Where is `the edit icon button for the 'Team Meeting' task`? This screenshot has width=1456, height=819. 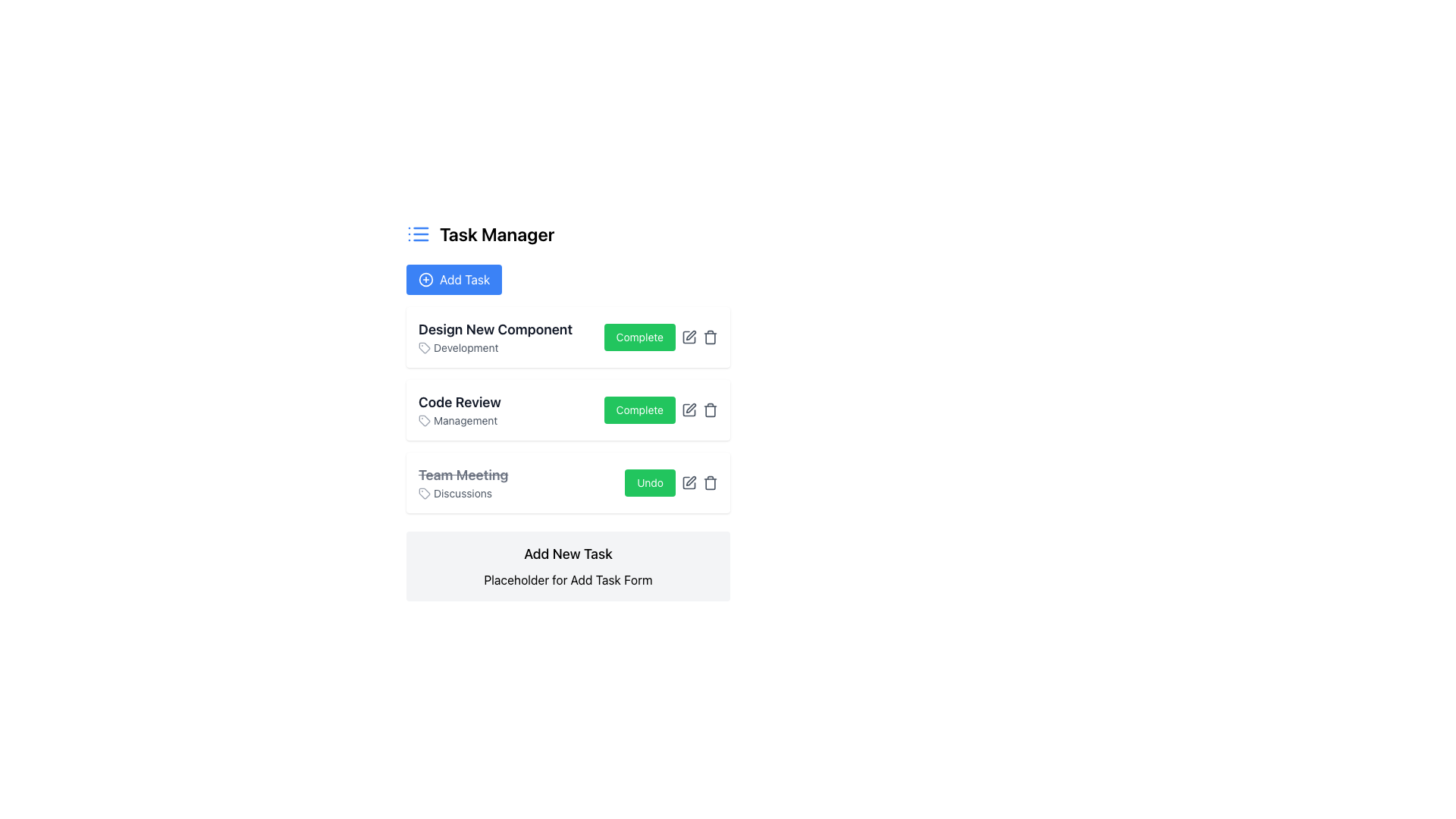
the edit icon button for the 'Team Meeting' task is located at coordinates (688, 482).